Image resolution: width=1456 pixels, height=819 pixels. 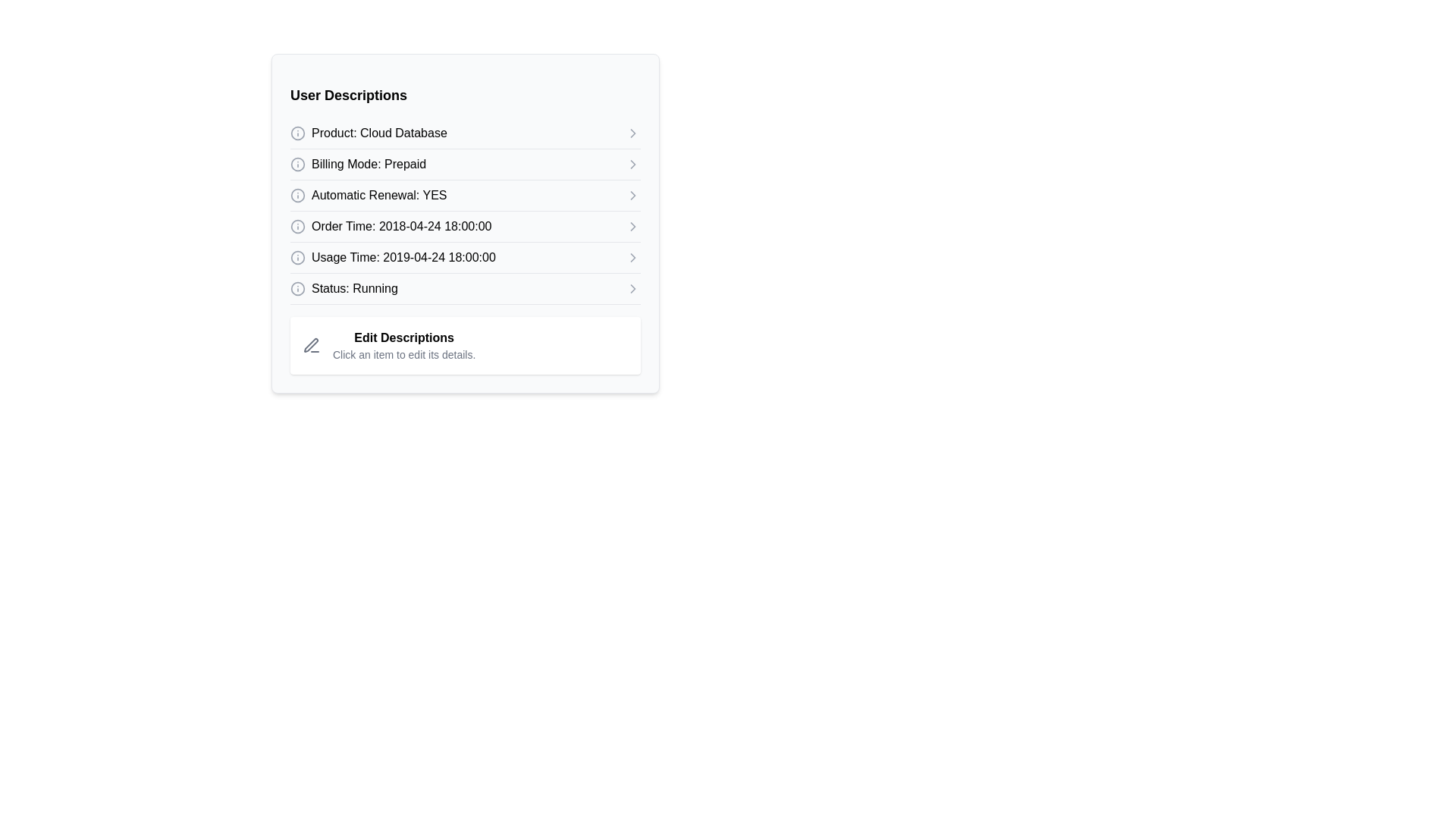 I want to click on the chevron-right icon located at the extreme right of the 'Billing Mode: Prepaid' row, so click(x=633, y=164).